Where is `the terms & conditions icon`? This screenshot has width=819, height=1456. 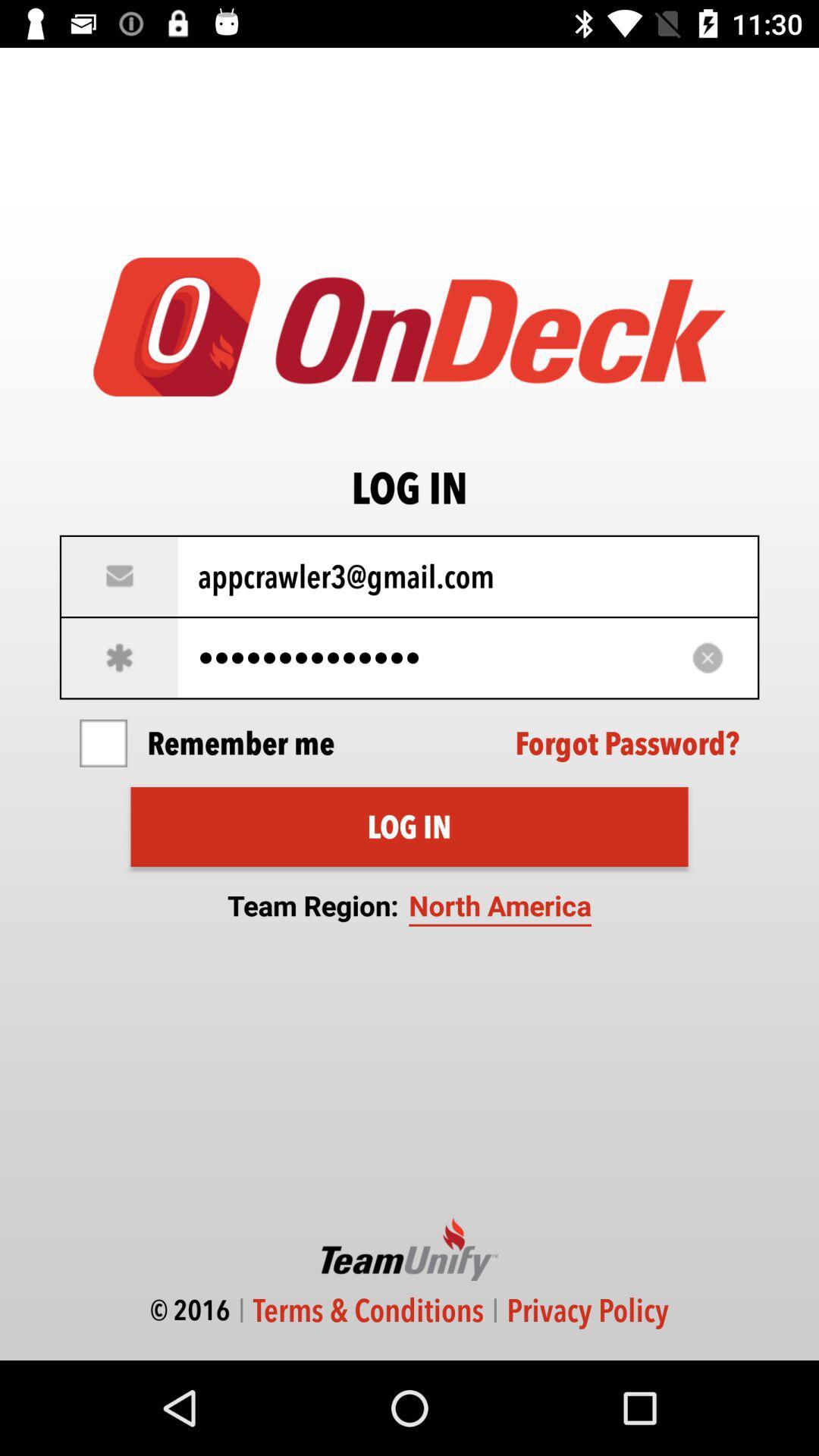 the terms & conditions icon is located at coordinates (369, 1310).